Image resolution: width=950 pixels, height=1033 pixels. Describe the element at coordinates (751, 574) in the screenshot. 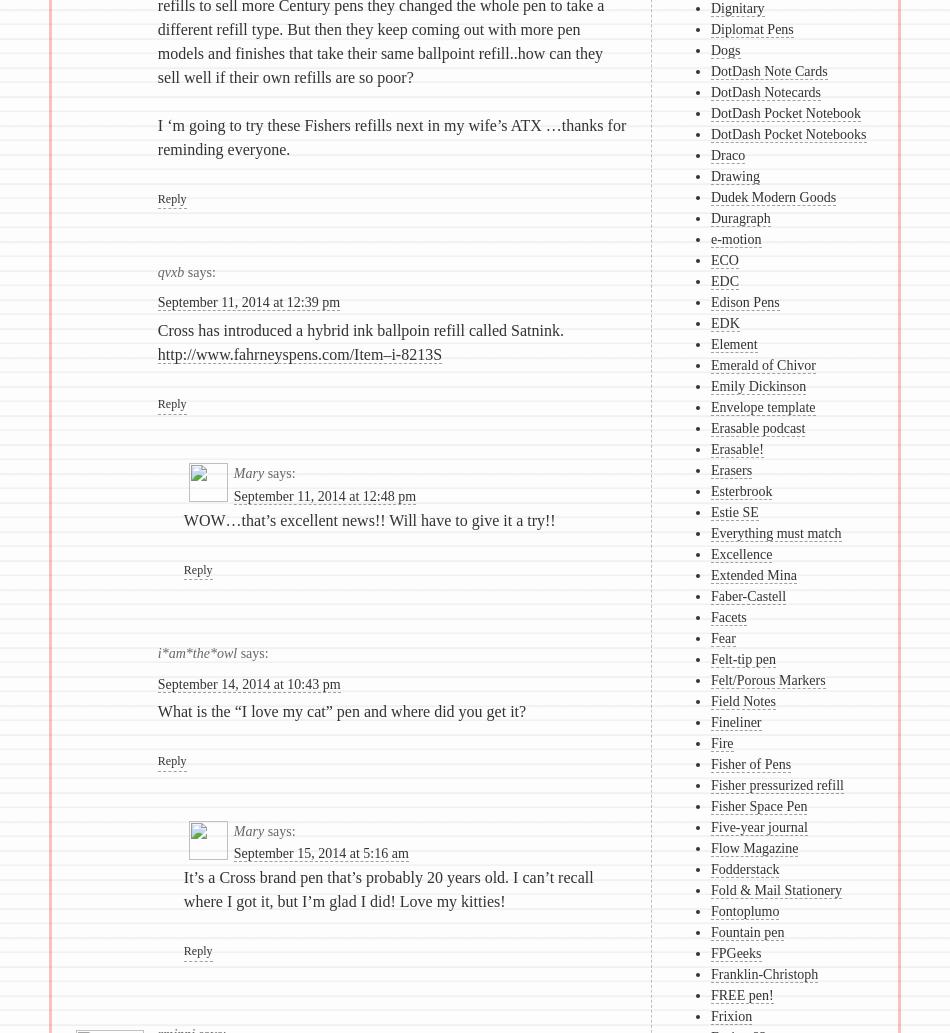

I see `'Extended Mina'` at that location.